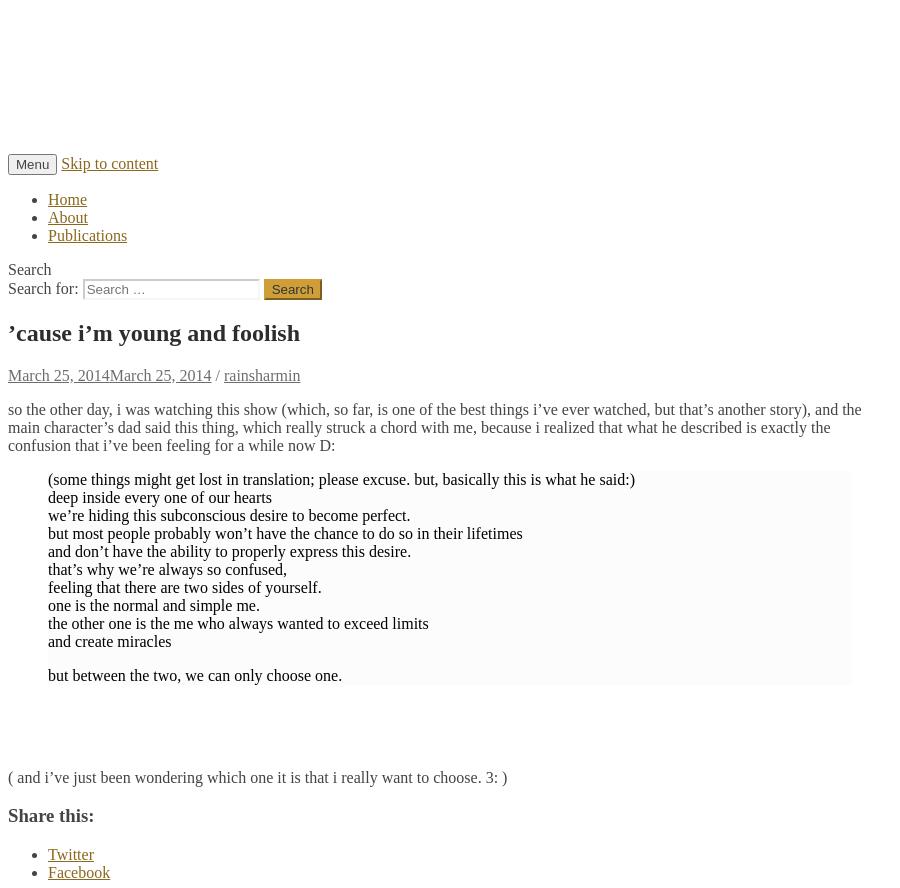 The height and width of the screenshot is (888, 900). I want to click on 'Search', so click(7, 268).